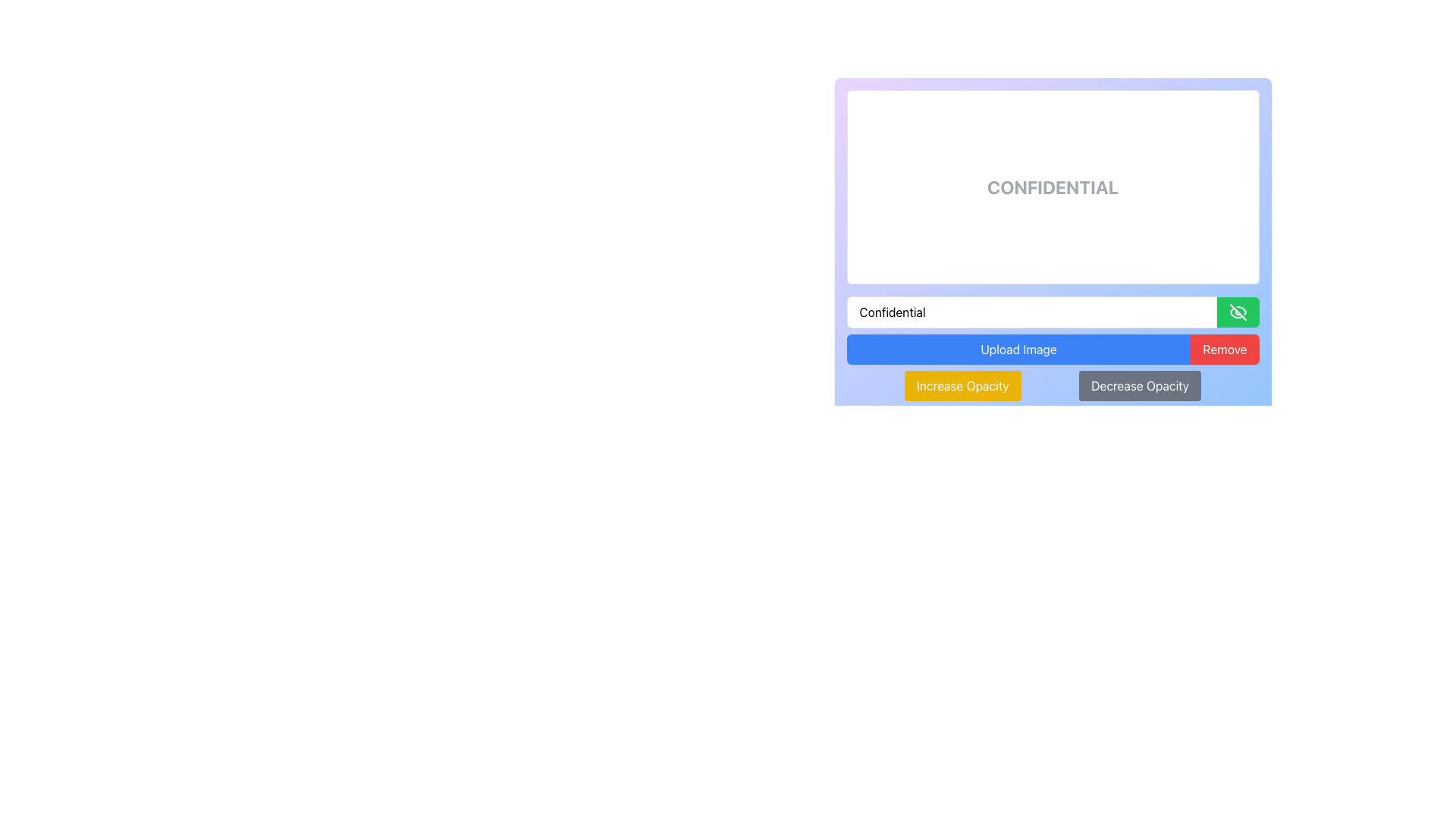 This screenshot has width=1456, height=819. Describe the element at coordinates (1238, 312) in the screenshot. I see `the button at the far-right of the 'Confidential' input field` at that location.